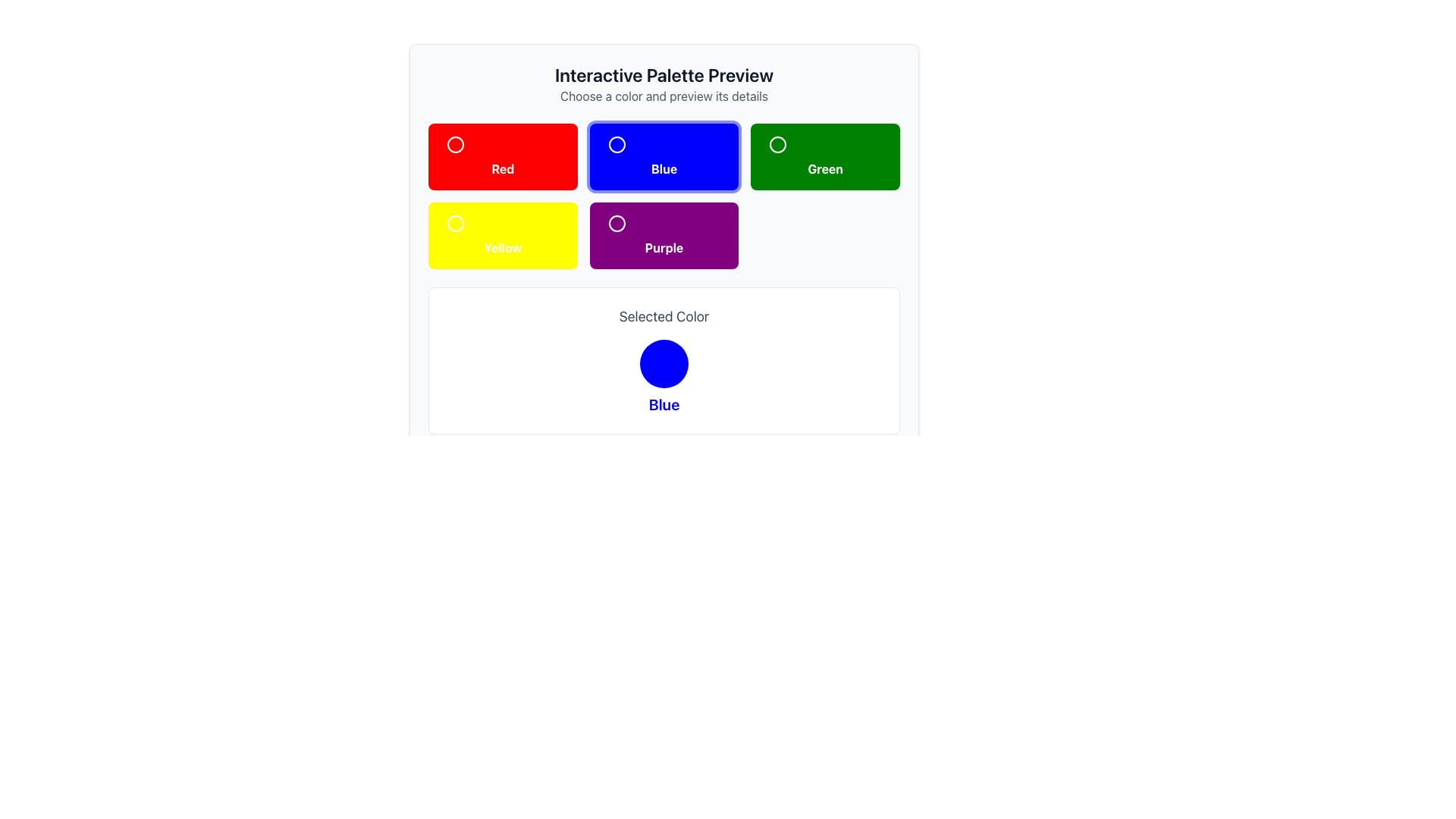 This screenshot has height=819, width=1456. I want to click on the hollow circle icon with a yellow background and white border located within the 'Yellow' color option box in the interactive palette, so click(454, 223).